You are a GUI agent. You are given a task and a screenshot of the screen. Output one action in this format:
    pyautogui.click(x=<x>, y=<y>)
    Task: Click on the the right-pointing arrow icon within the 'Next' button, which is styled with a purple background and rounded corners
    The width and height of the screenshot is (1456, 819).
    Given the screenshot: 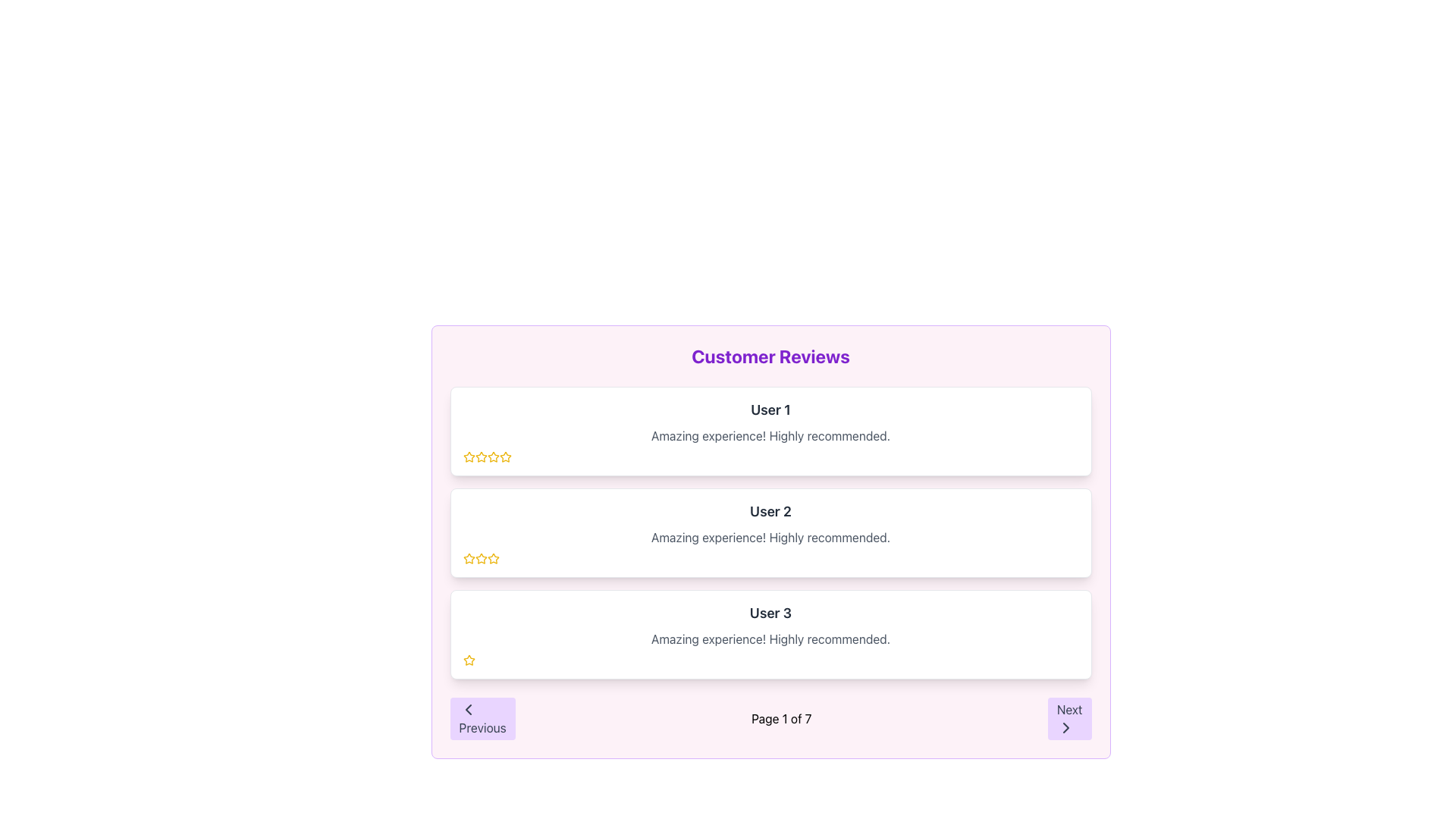 What is the action you would take?
    pyautogui.click(x=1065, y=727)
    